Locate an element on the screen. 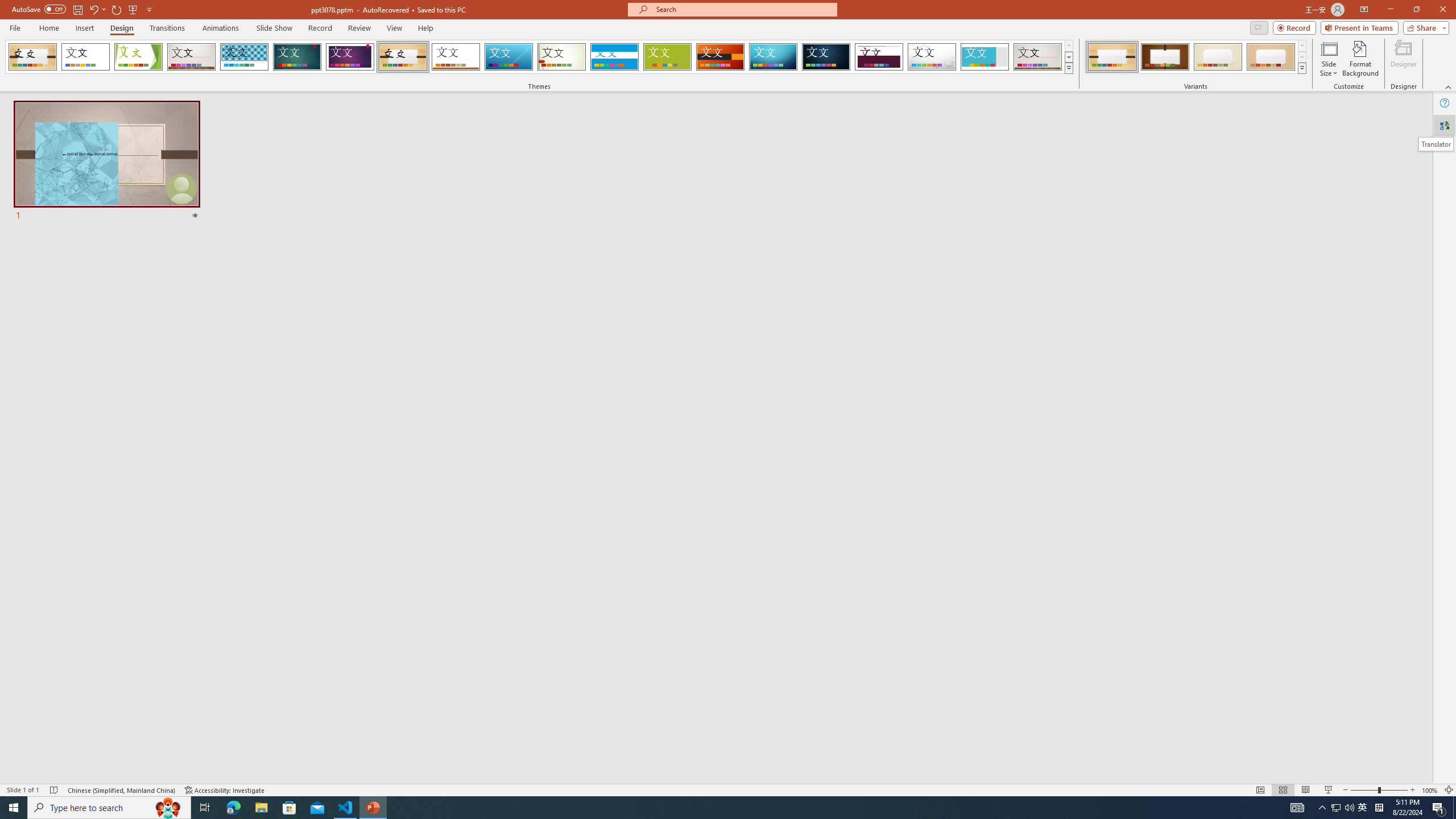 The image size is (1456, 819). 'Retrospect' is located at coordinates (455, 56).